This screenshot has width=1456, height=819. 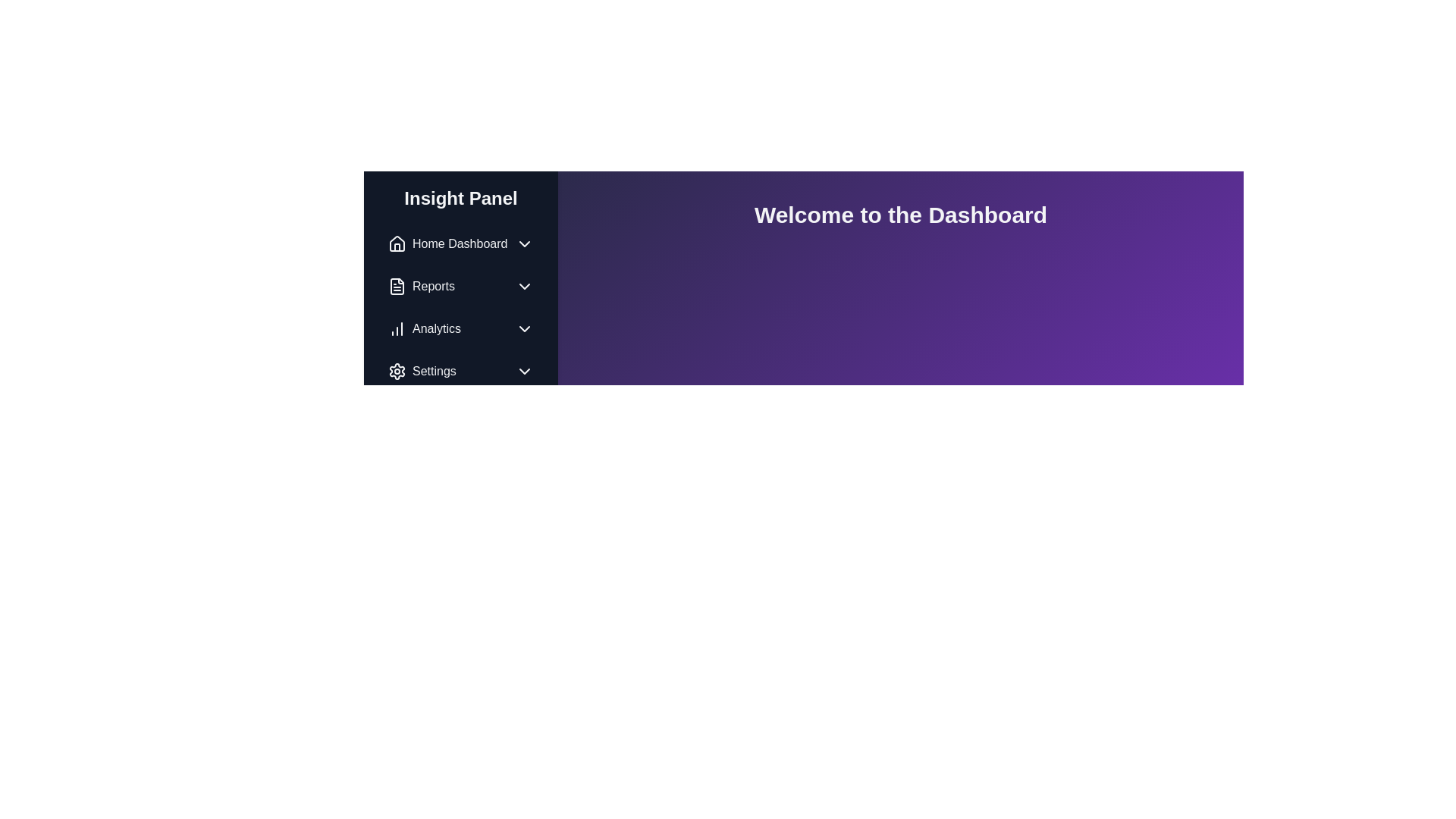 I want to click on the gear icon representing settings located in the sidebar, so click(x=397, y=371).